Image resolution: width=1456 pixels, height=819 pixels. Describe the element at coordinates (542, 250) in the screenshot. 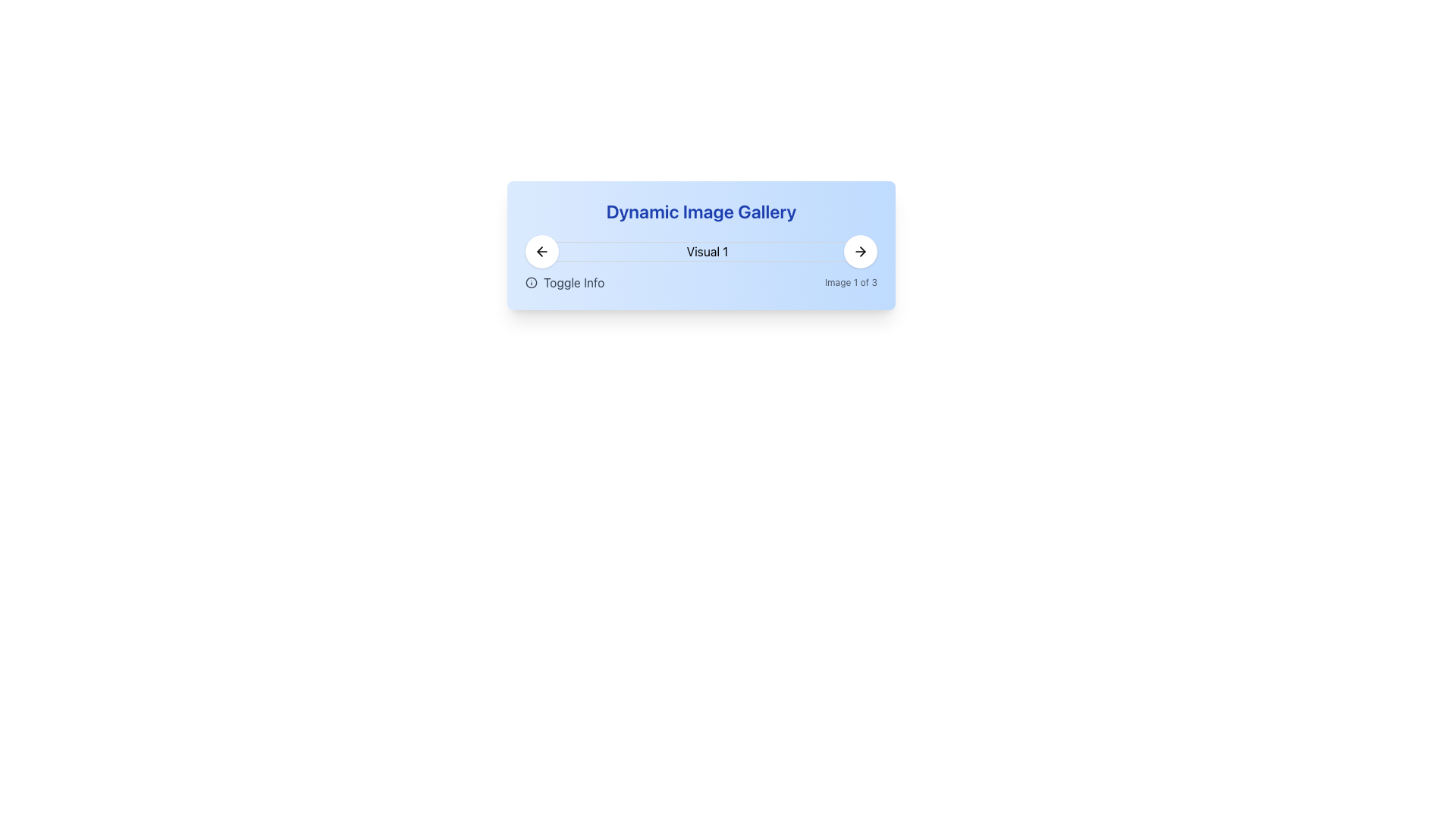

I see `the button that allows navigation to the previous image in the image gallery for accessibility` at that location.